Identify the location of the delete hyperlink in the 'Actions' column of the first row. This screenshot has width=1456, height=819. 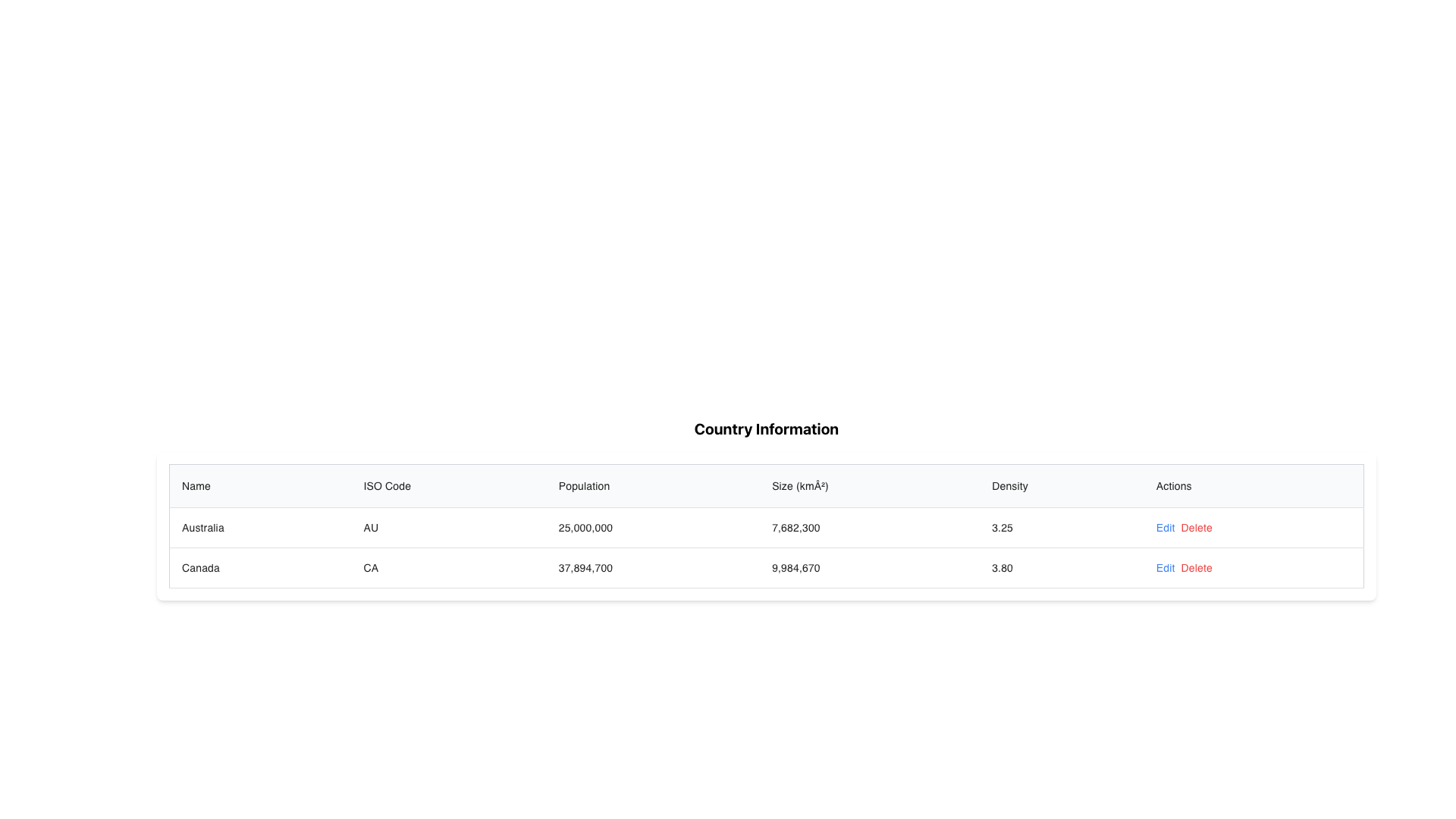
(1196, 527).